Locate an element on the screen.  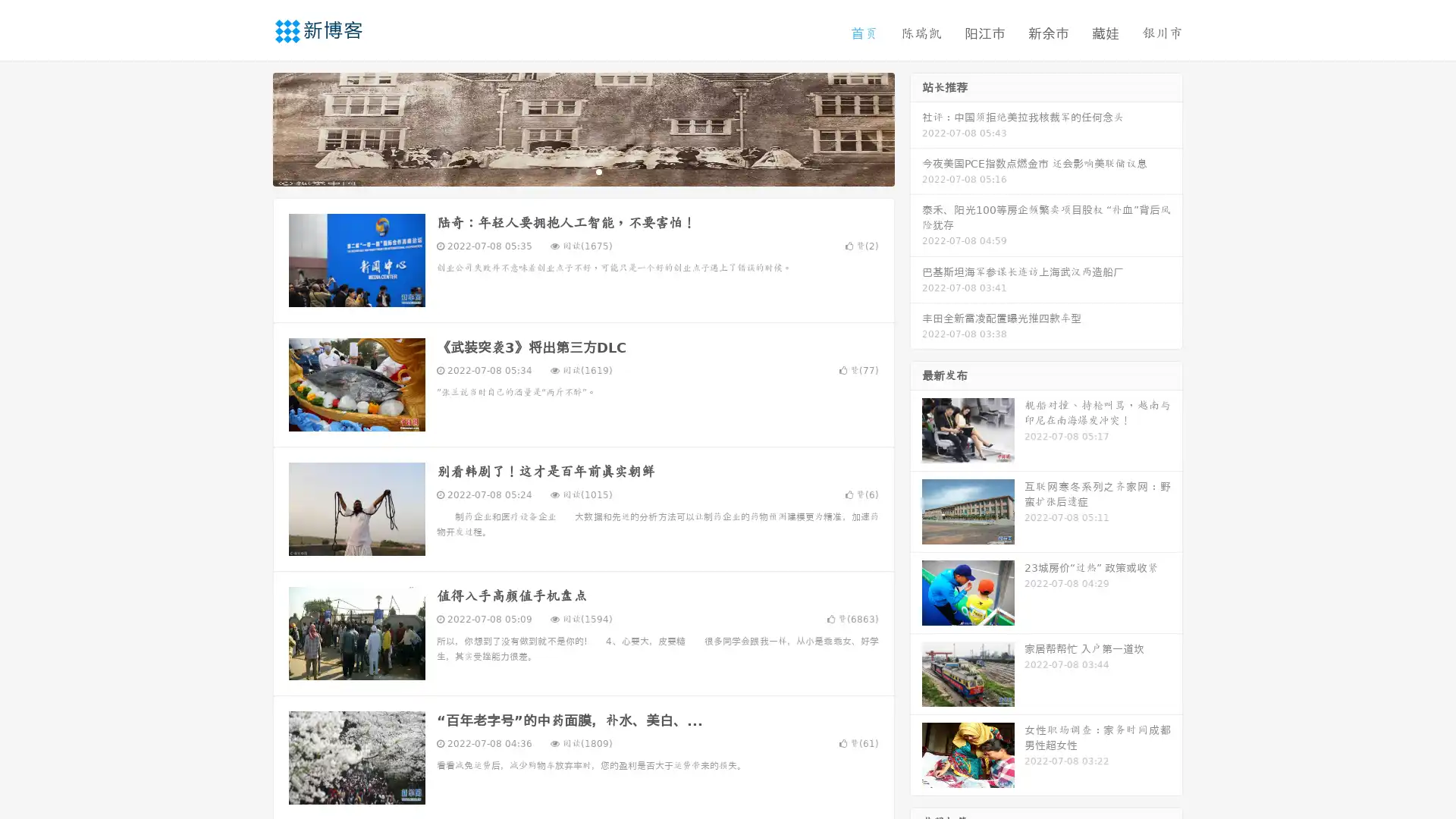
Go to slide 2 is located at coordinates (582, 171).